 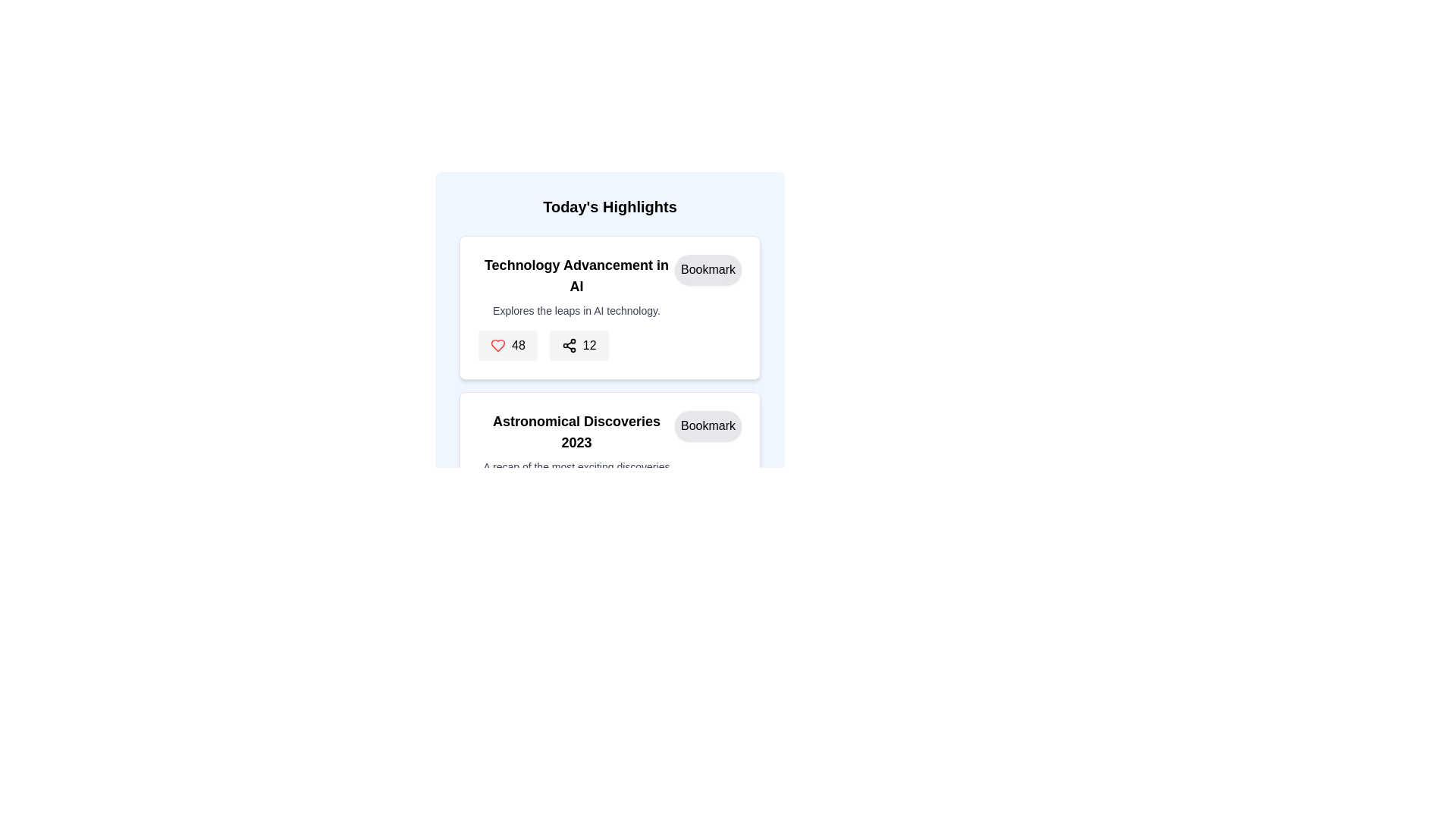 I want to click on the bookmark button located on the right side of the content block labeled 'Technology Advancement in AI', so click(x=707, y=268).